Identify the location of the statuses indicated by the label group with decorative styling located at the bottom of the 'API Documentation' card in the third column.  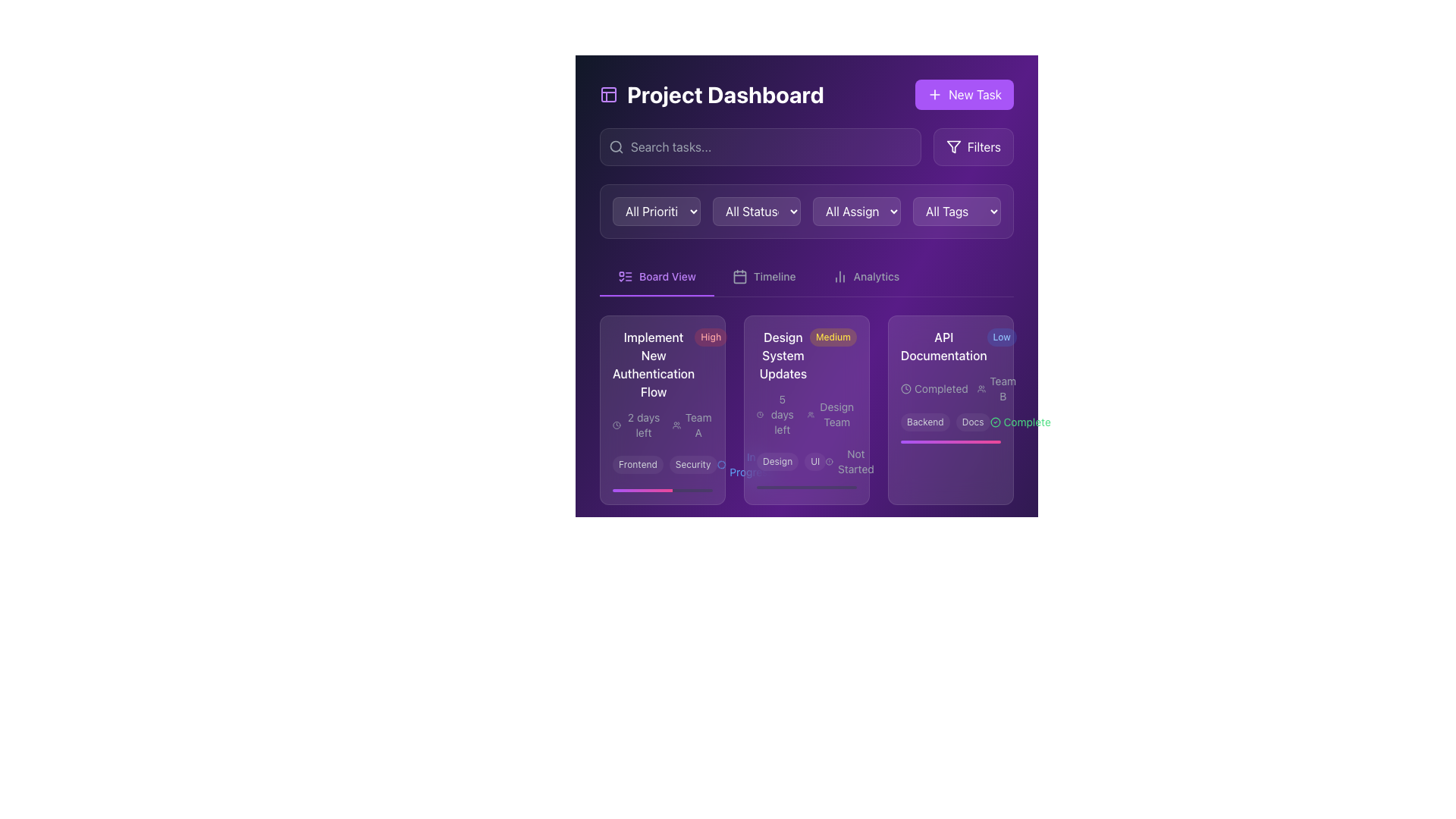
(949, 422).